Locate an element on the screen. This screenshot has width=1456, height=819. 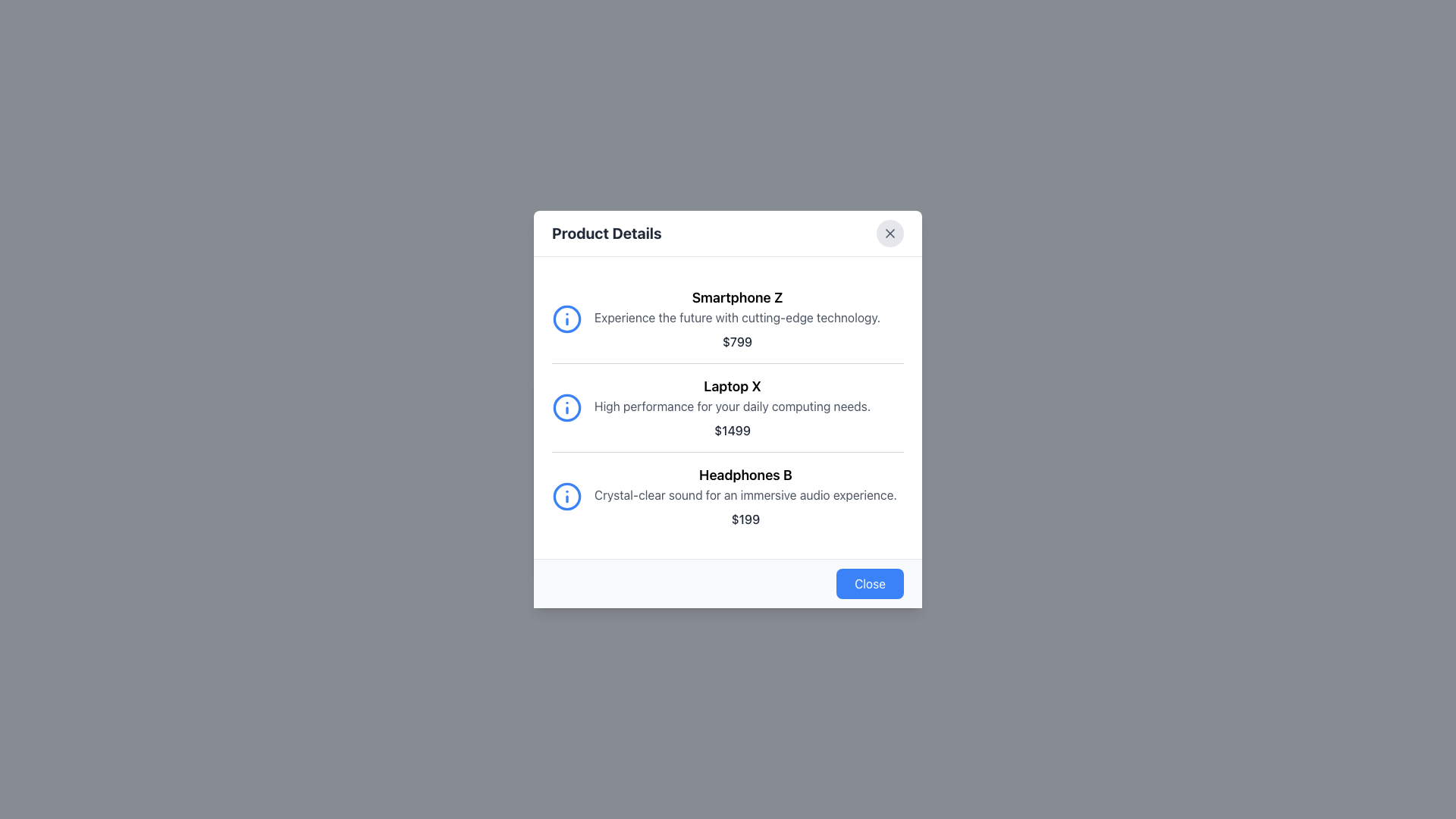
the product description item for 'Laptop X', which is the second item in the vertical list of product details is located at coordinates (728, 406).